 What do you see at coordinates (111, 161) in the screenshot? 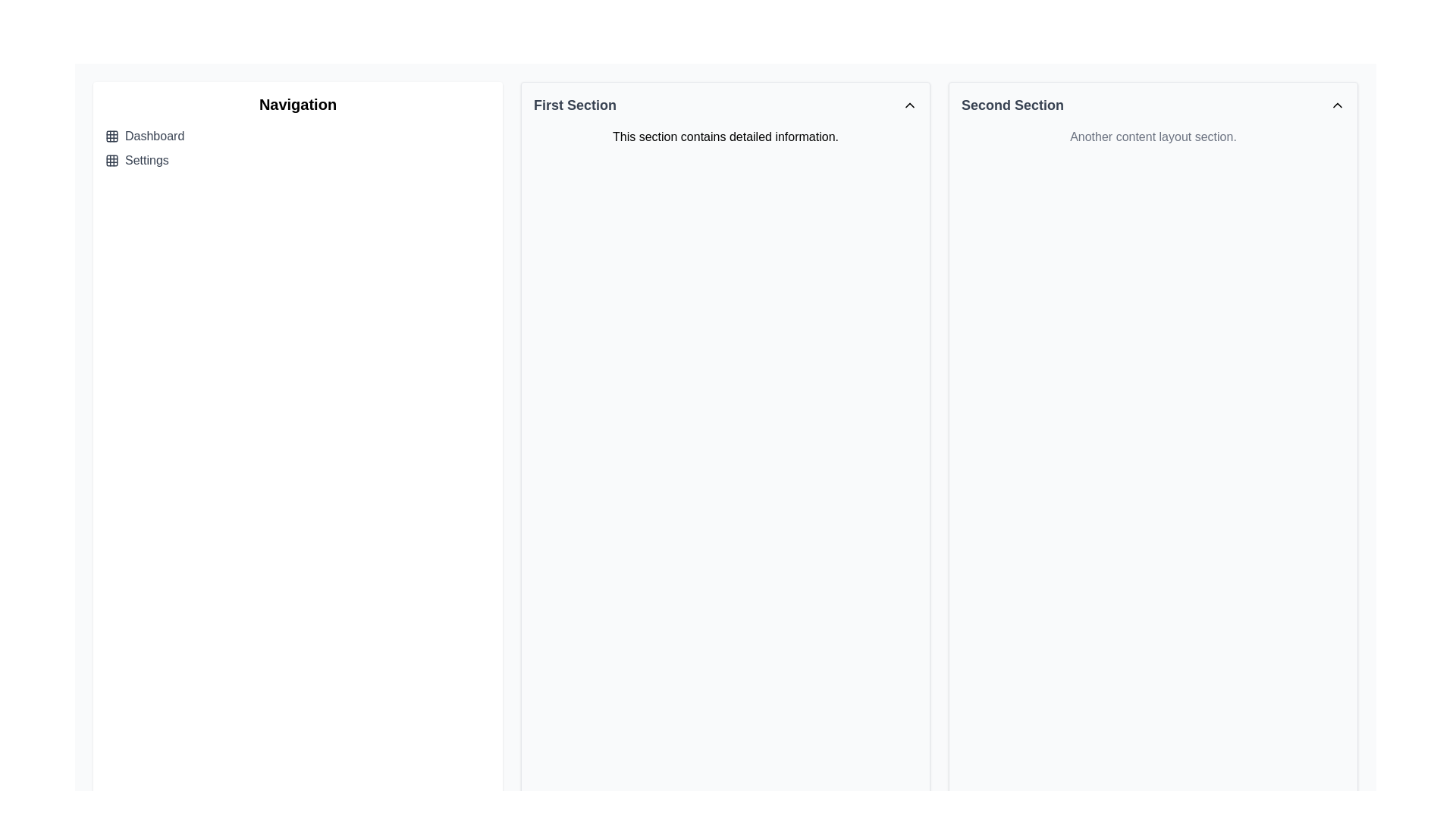
I see `the small grid icon styled as a 3x3 grid with rounded corners, located second in the vertical list of the navigation sidebar adjacent to the 'Settings' text item` at bounding box center [111, 161].